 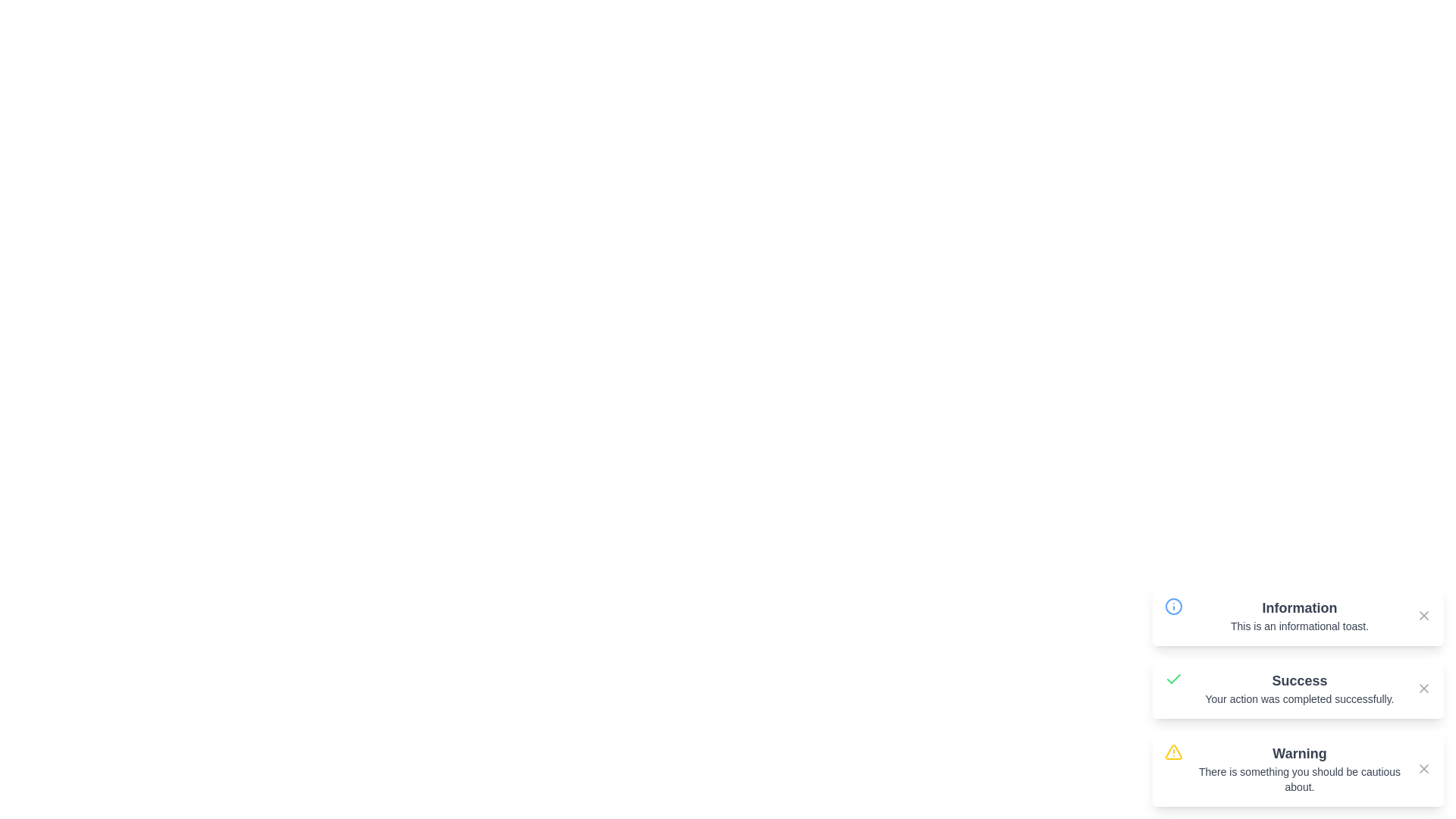 I want to click on the compact gray 'X' icon located at the top-right corner of the 'Success' notification panel, so click(x=1423, y=688).